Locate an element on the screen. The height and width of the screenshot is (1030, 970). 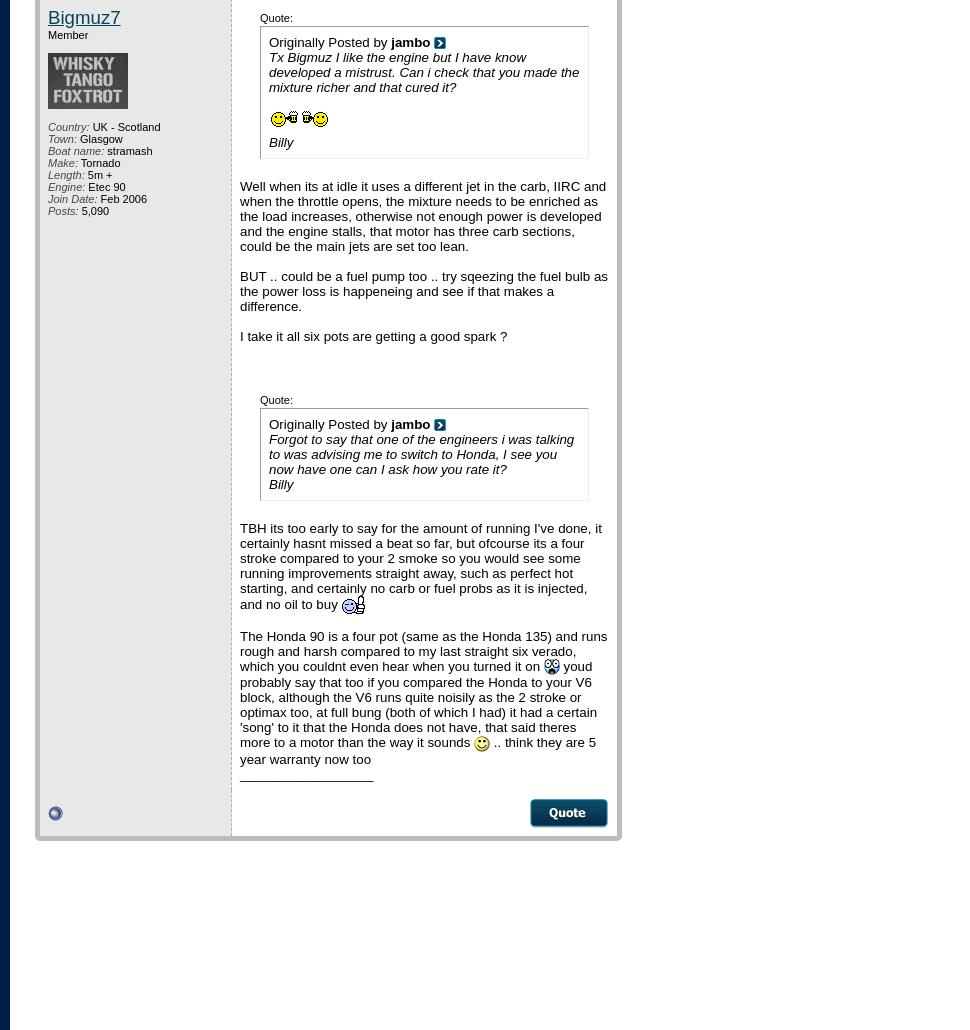
'Forgot to say that one of the engineers i was talking to was advising me to switch to Honda, I see you now have one can I ask how you rate it?' is located at coordinates (421, 452).